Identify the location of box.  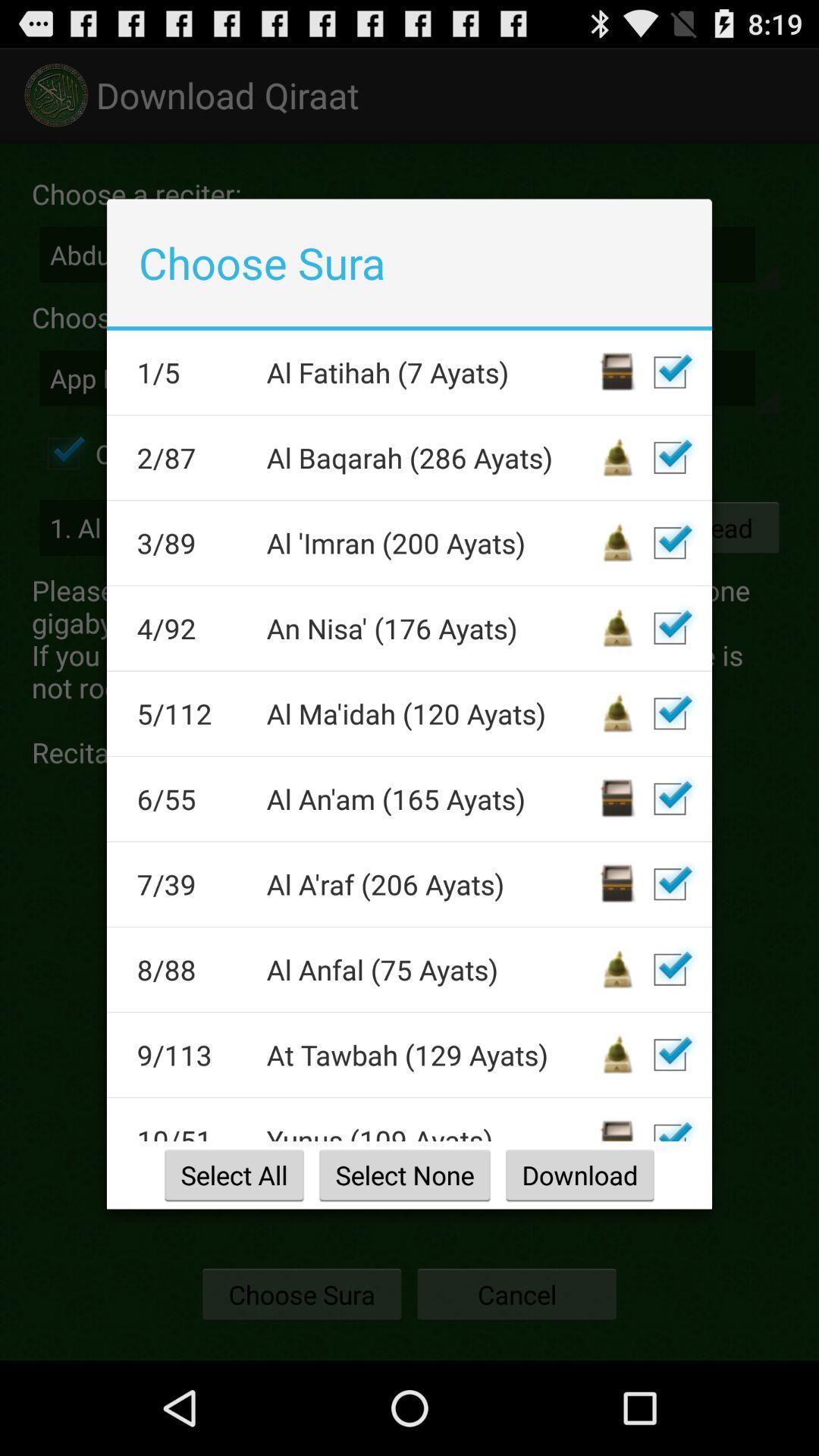
(669, 457).